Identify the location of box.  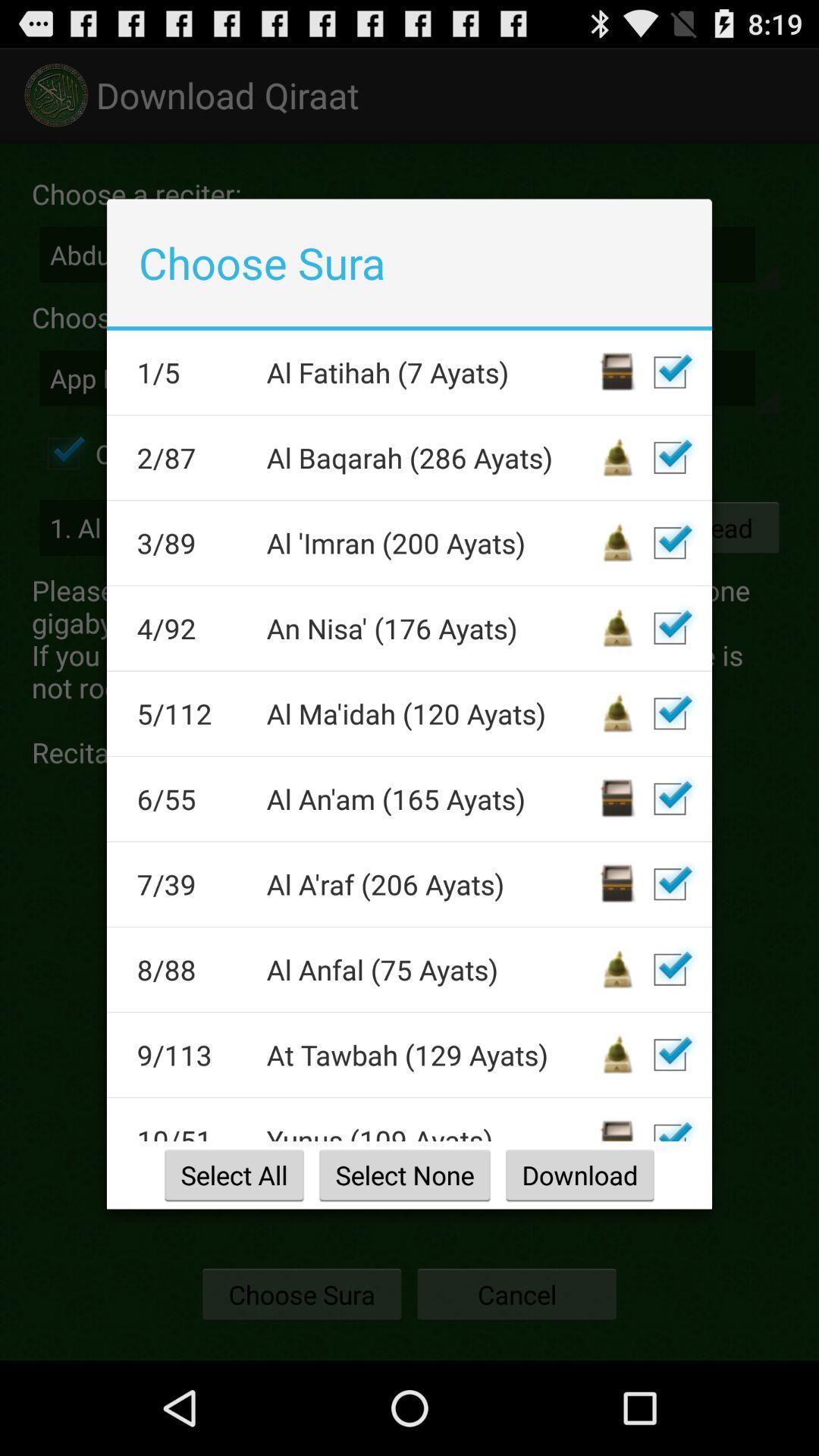
(669, 457).